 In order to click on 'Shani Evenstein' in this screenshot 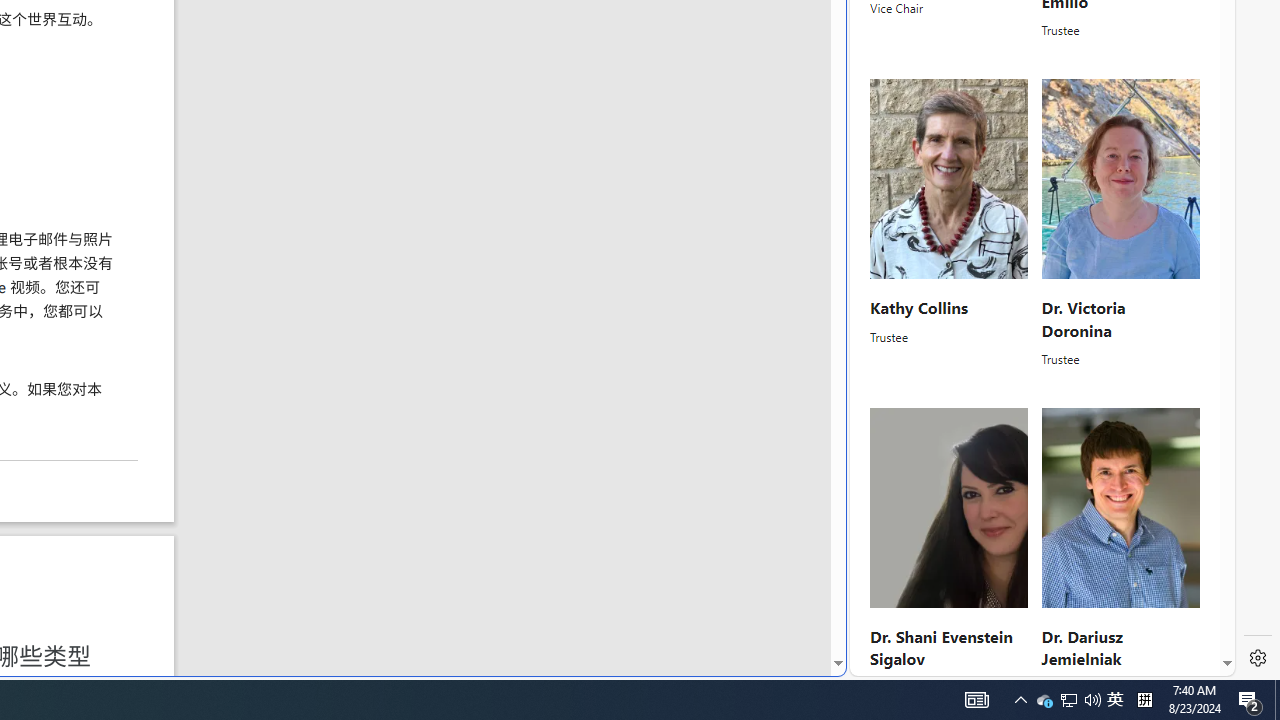, I will do `click(948, 507)`.